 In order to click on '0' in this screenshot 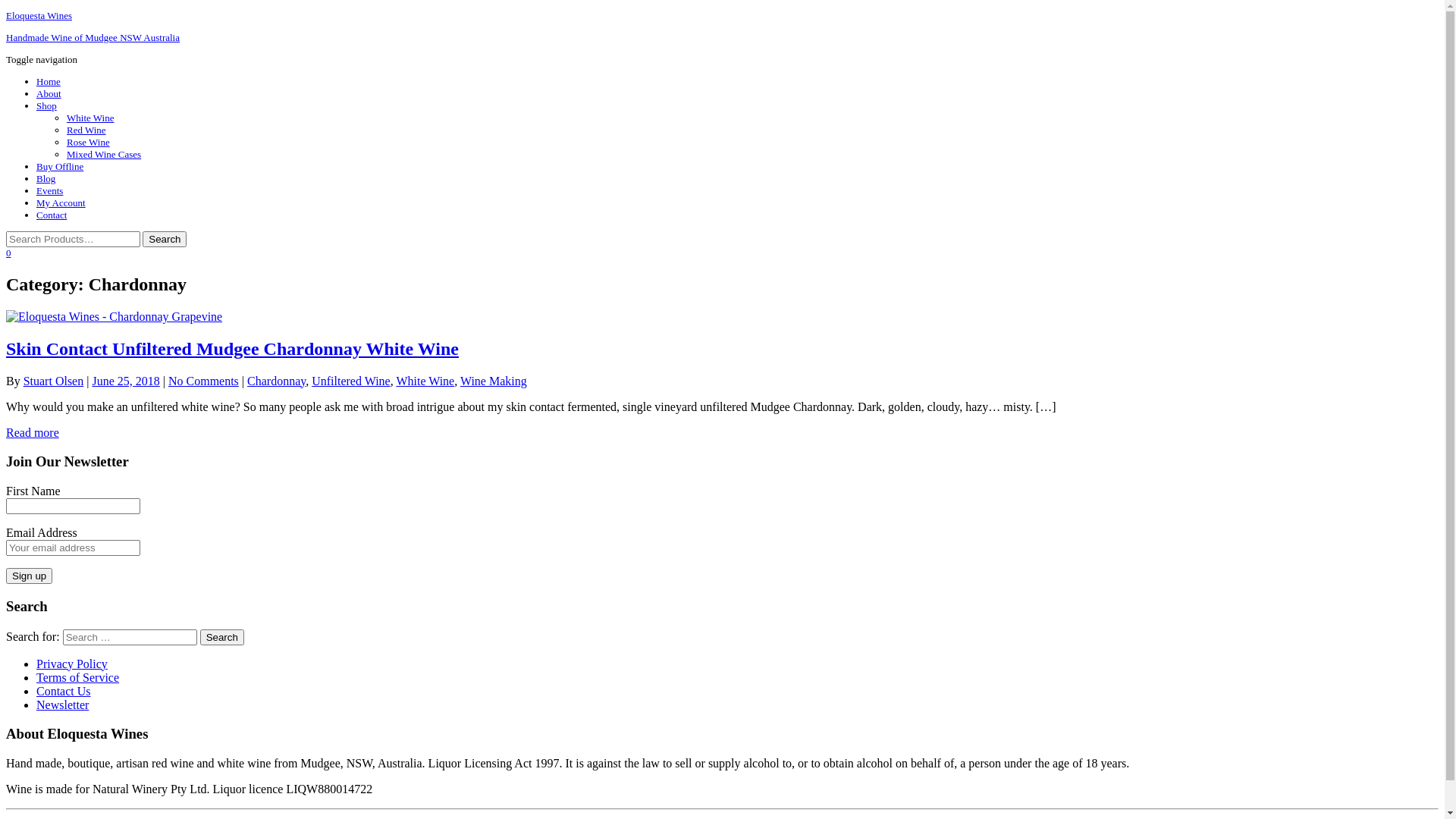, I will do `click(8, 252)`.